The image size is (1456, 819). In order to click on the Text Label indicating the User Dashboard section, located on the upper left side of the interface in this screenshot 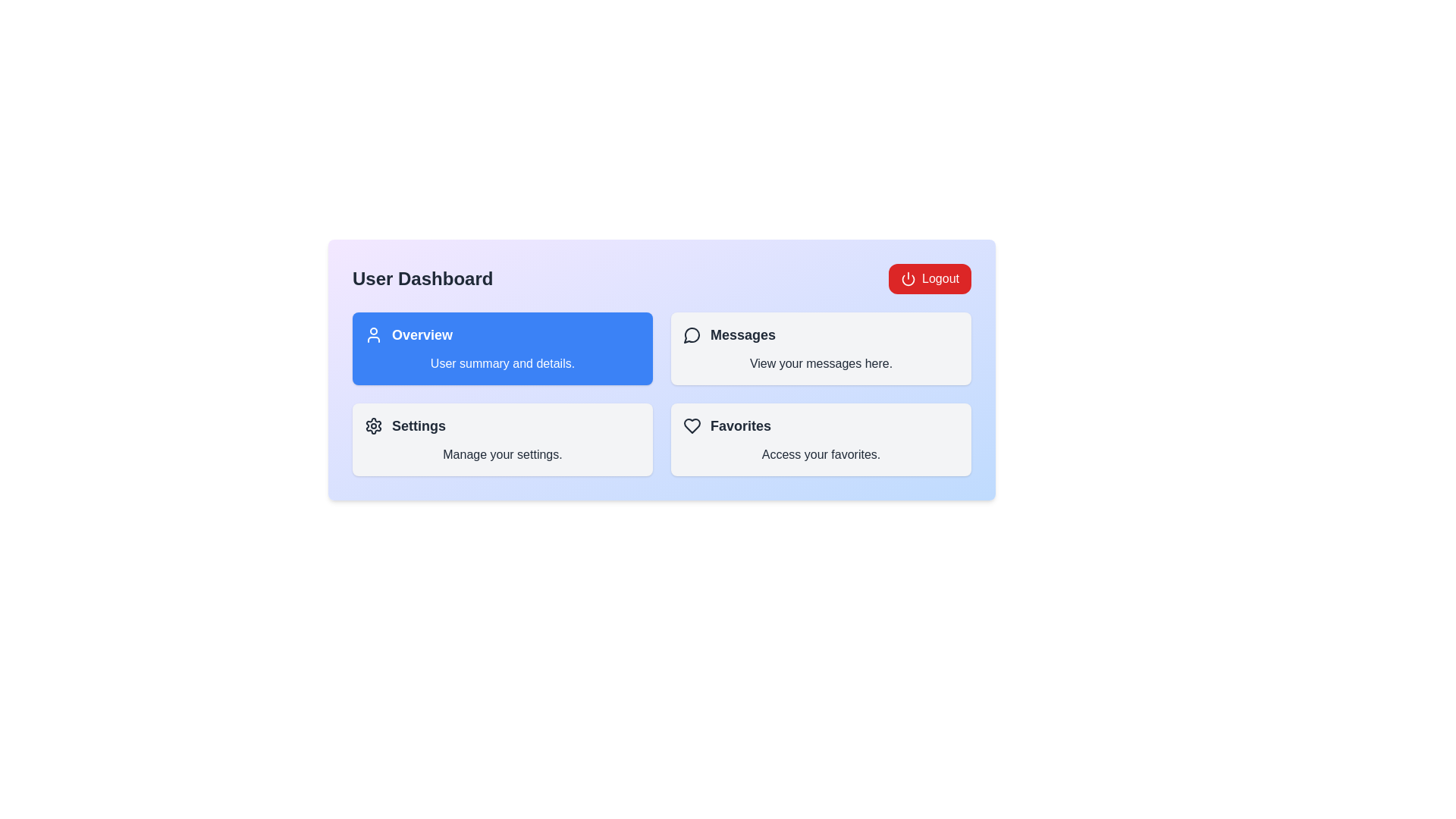, I will do `click(422, 278)`.